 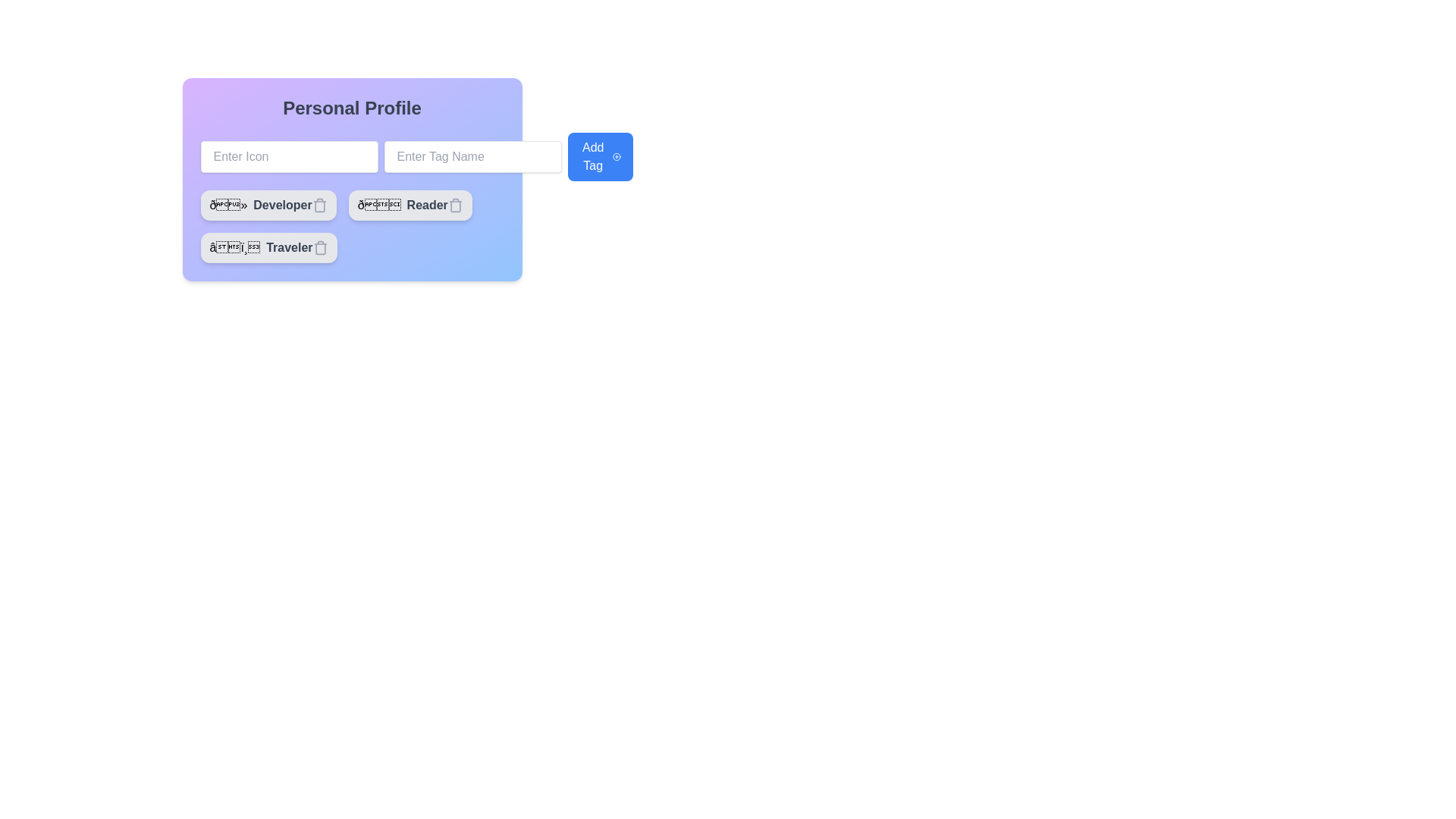 I want to click on the third button-like tag labeled 'Traveler' with a trash bin icon to trigger visual feedback, so click(x=268, y=247).